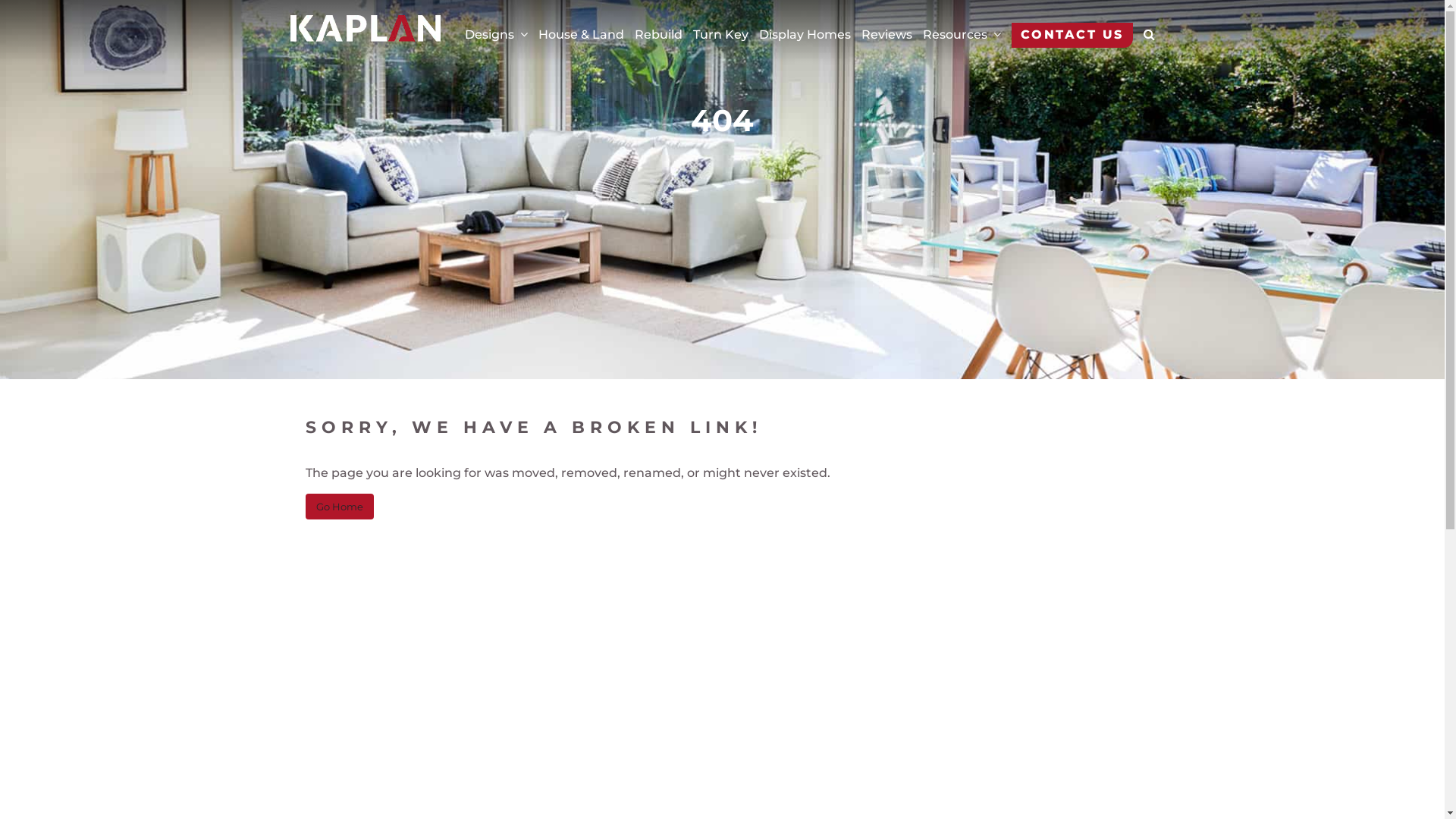  What do you see at coordinates (1119, 37) in the screenshot?
I see `'Search'` at bounding box center [1119, 37].